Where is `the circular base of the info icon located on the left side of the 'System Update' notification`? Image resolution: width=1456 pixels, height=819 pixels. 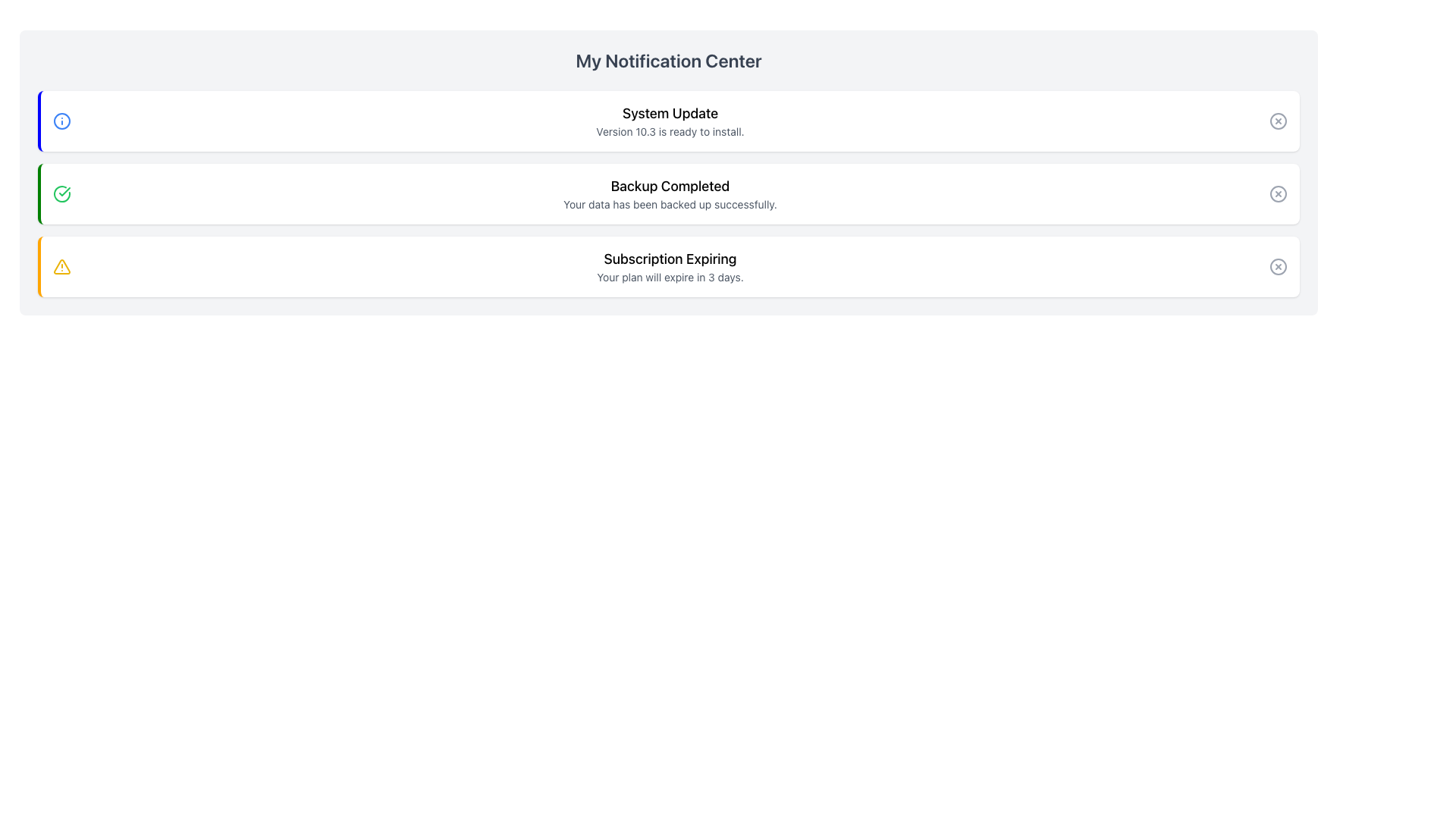 the circular base of the info icon located on the left side of the 'System Update' notification is located at coordinates (61, 120).